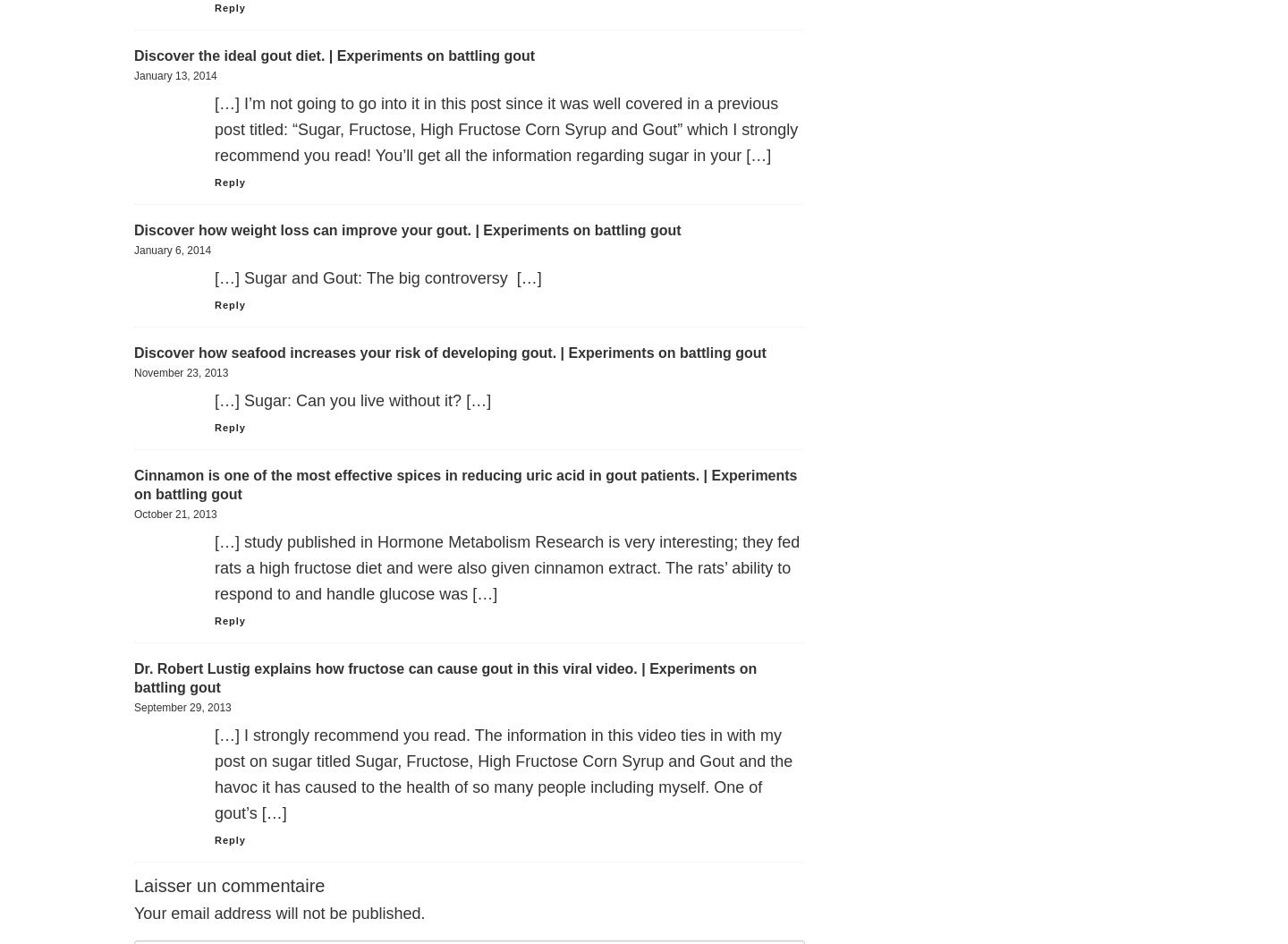  I want to click on 'Your email address will not be published.', so click(279, 913).